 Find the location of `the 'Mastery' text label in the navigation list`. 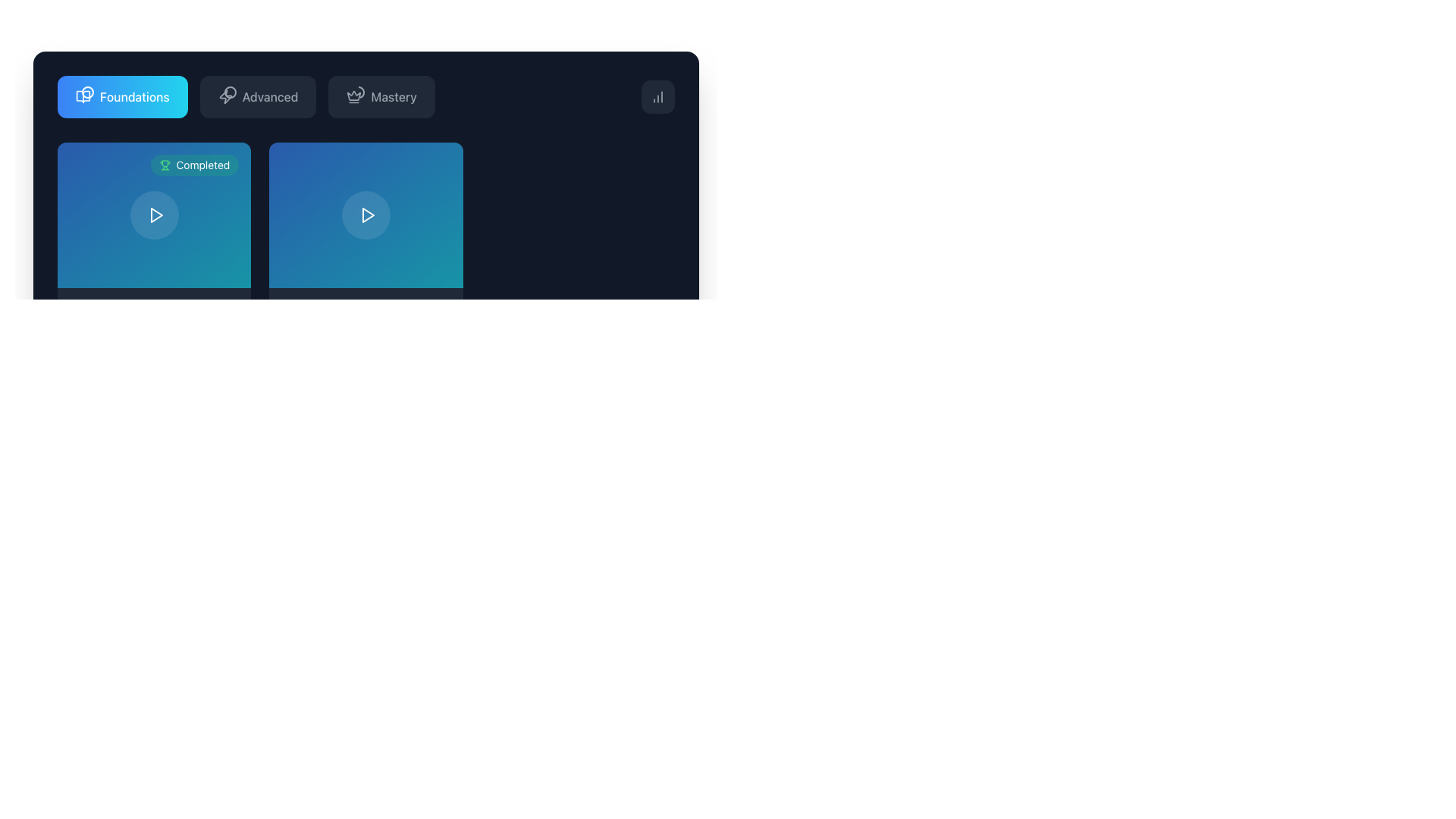

the 'Mastery' text label in the navigation list is located at coordinates (394, 96).